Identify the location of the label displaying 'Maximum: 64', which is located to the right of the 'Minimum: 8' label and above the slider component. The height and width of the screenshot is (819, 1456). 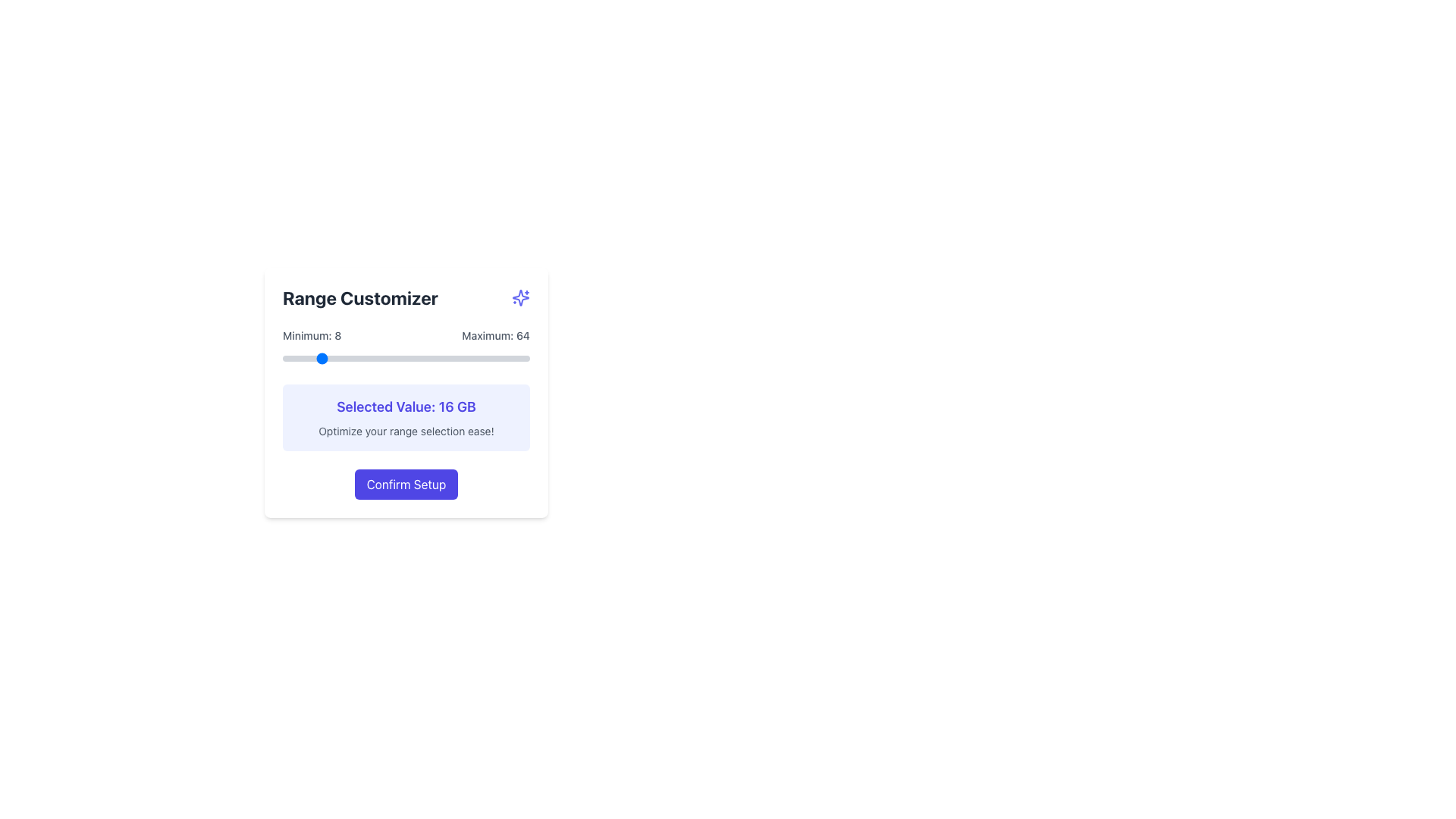
(496, 335).